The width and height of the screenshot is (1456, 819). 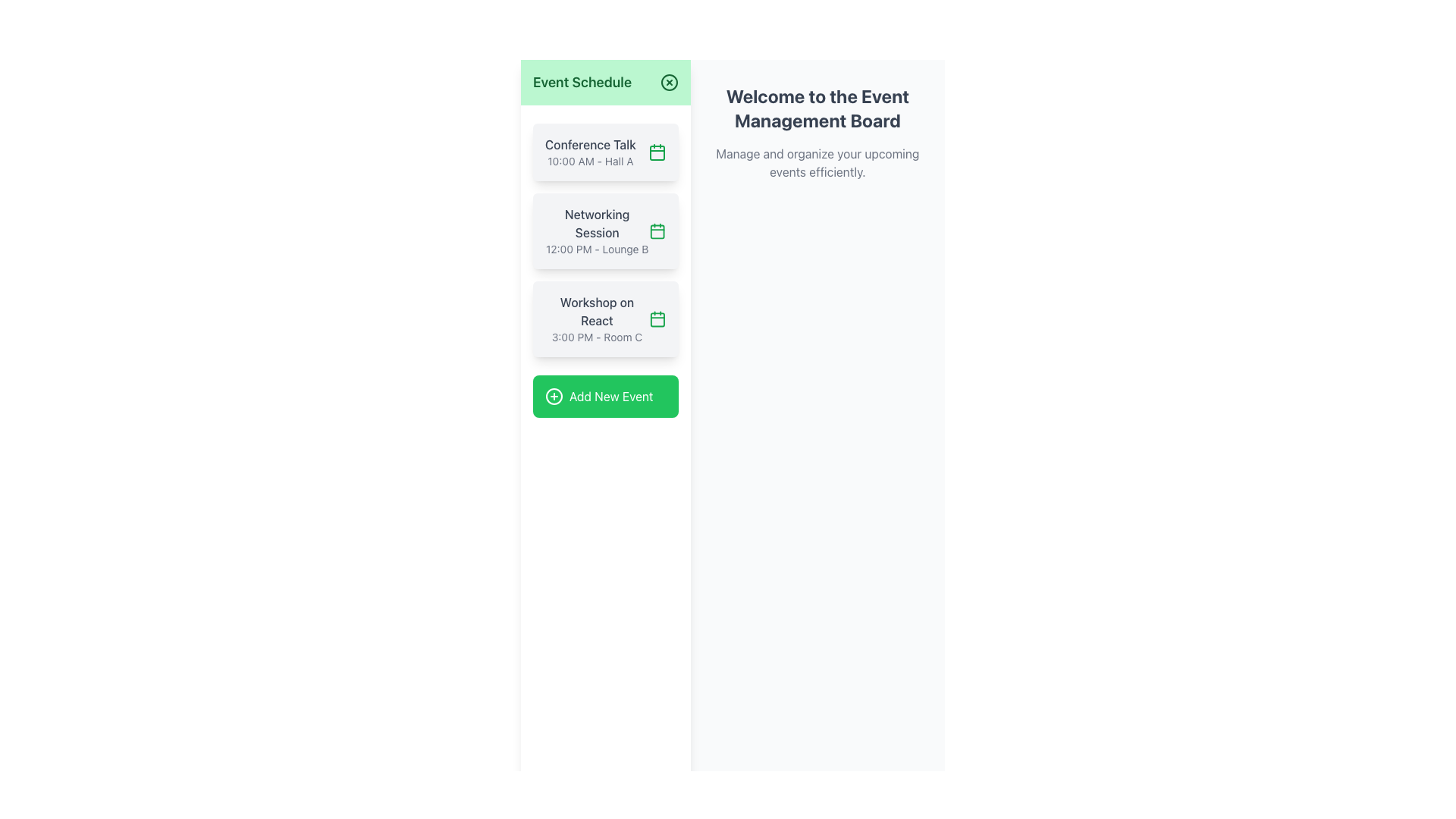 I want to click on the outer circular component of the 'Add New Event' button located at the bottom of the left-hand vertical panel, so click(x=553, y=396).